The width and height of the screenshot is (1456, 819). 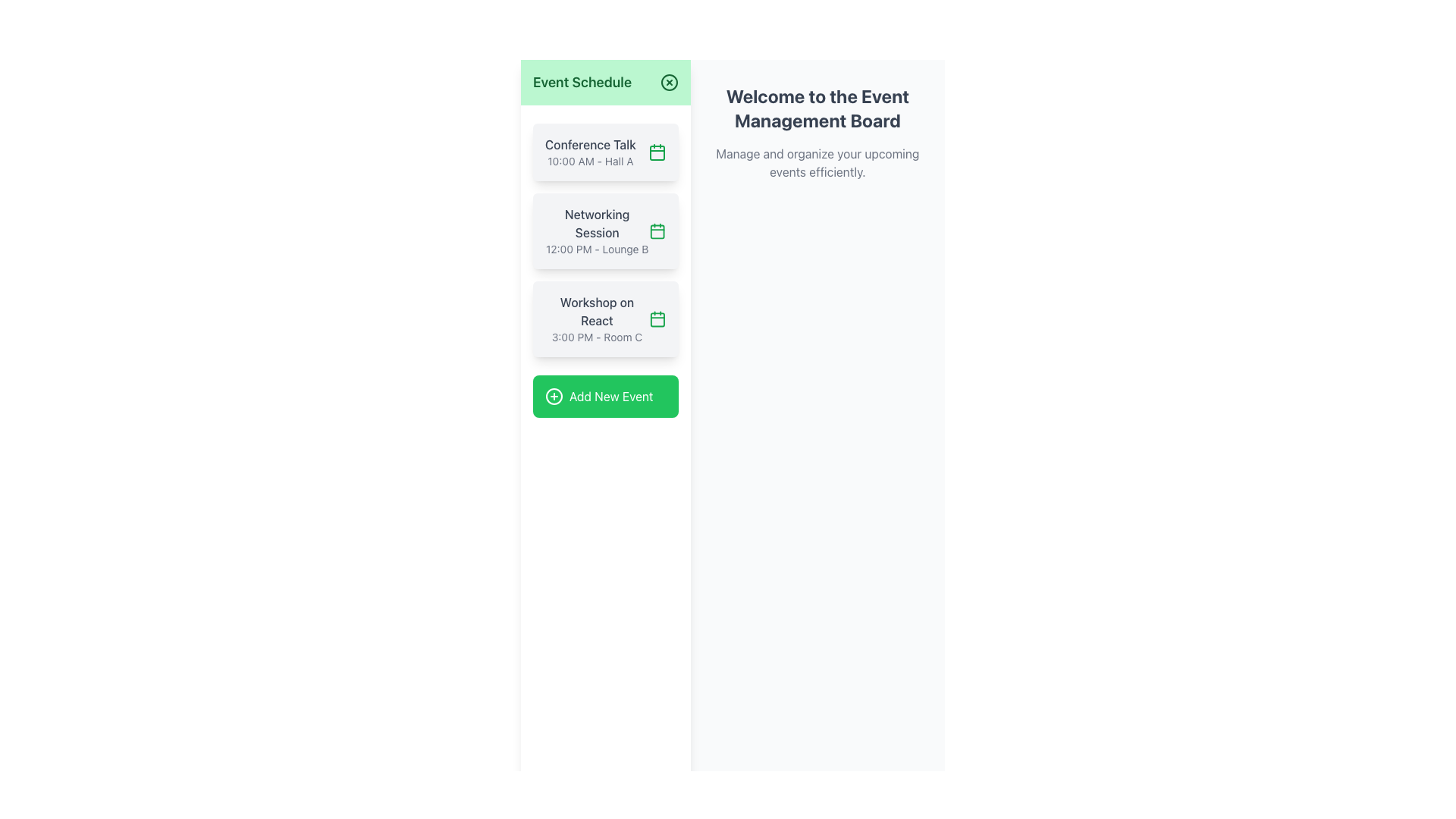 I want to click on the outer circular component of the 'Add New Event' button located at the bottom of the left-hand vertical panel, so click(x=553, y=396).